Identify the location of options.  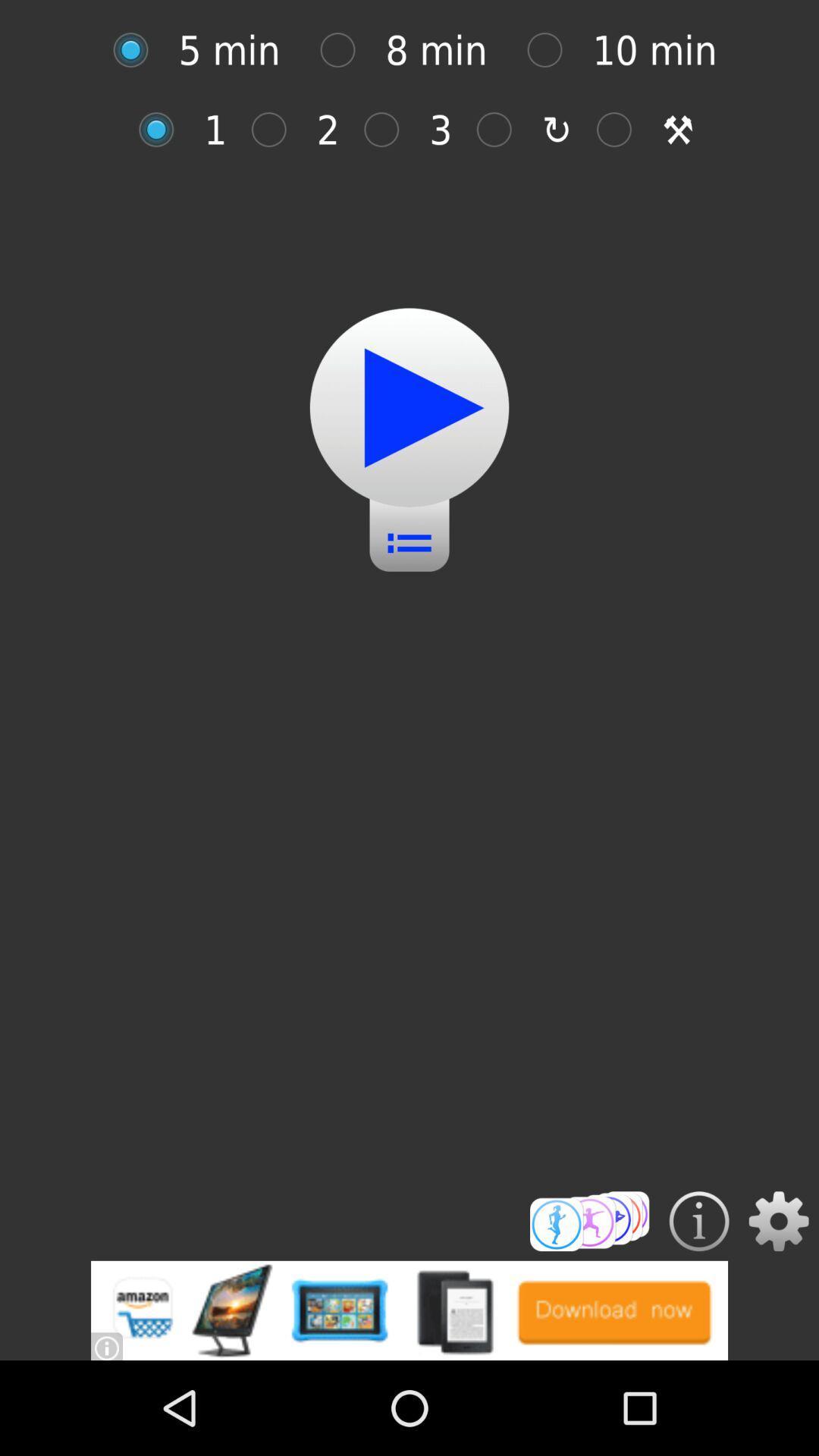
(779, 1221).